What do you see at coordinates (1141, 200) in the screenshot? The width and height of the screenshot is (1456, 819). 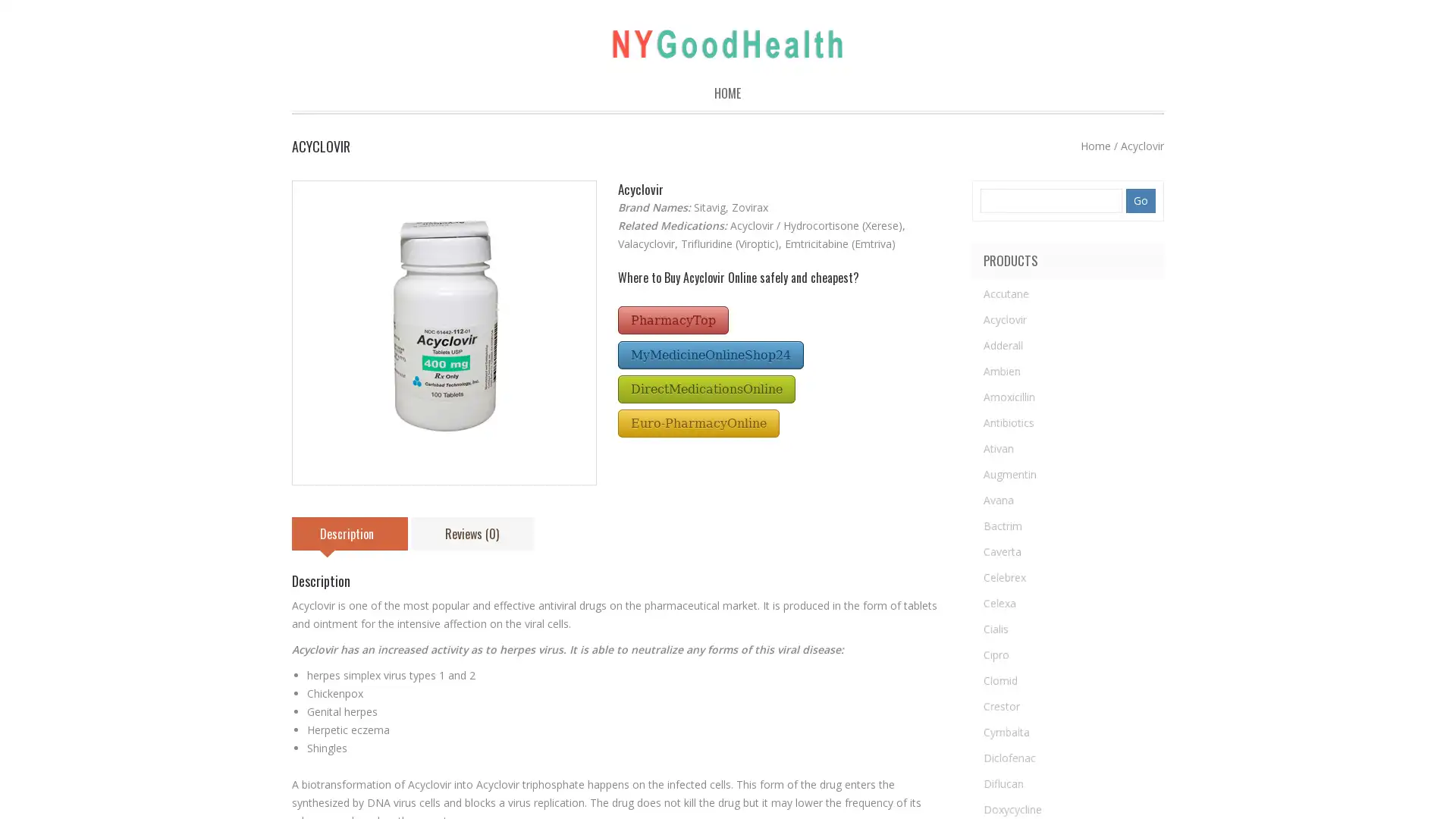 I see `Go` at bounding box center [1141, 200].